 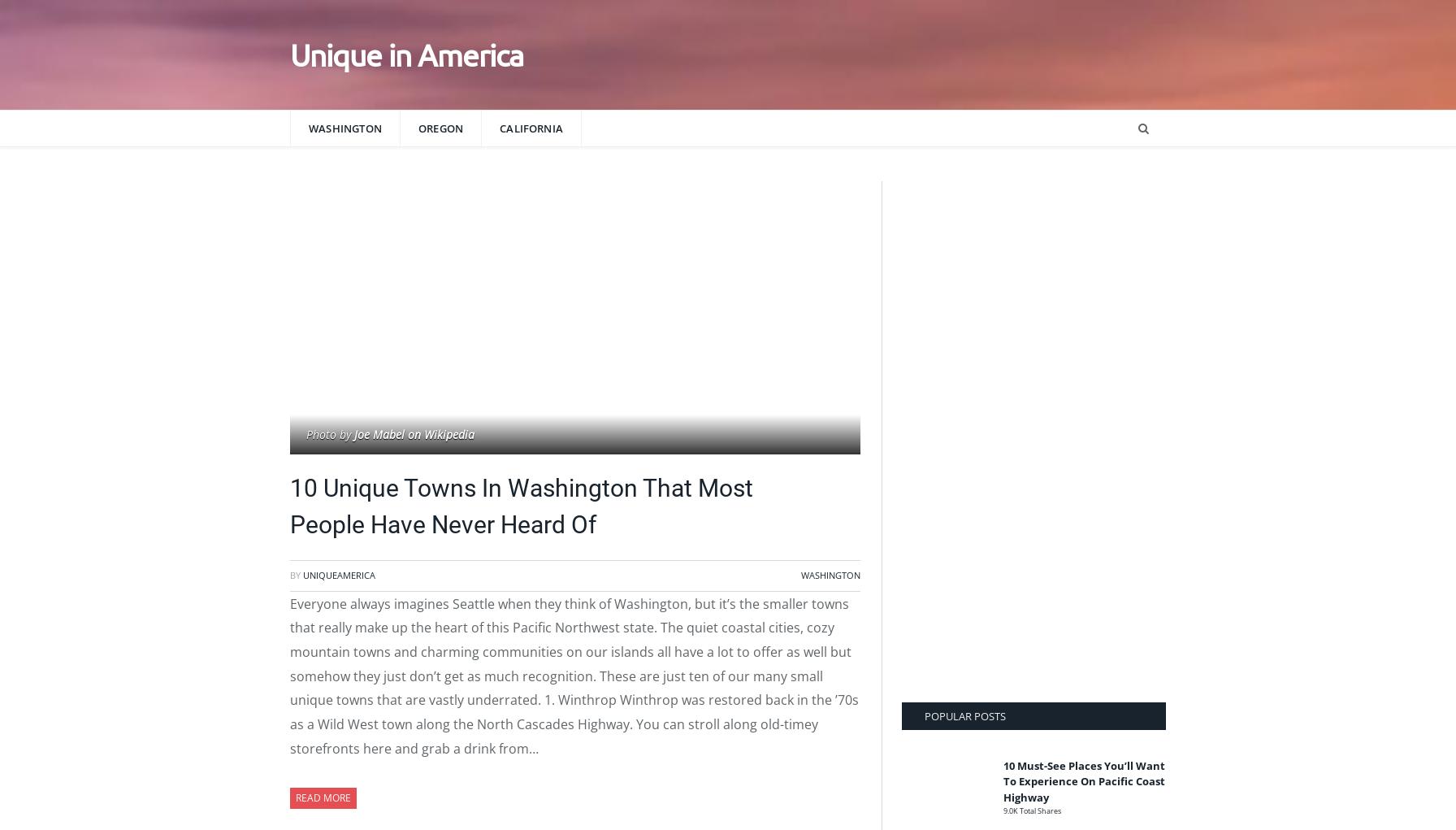 What do you see at coordinates (1084, 780) in the screenshot?
I see `'10 Must-See Places You’ll Want To Experience On Pacific Coast Highway'` at bounding box center [1084, 780].